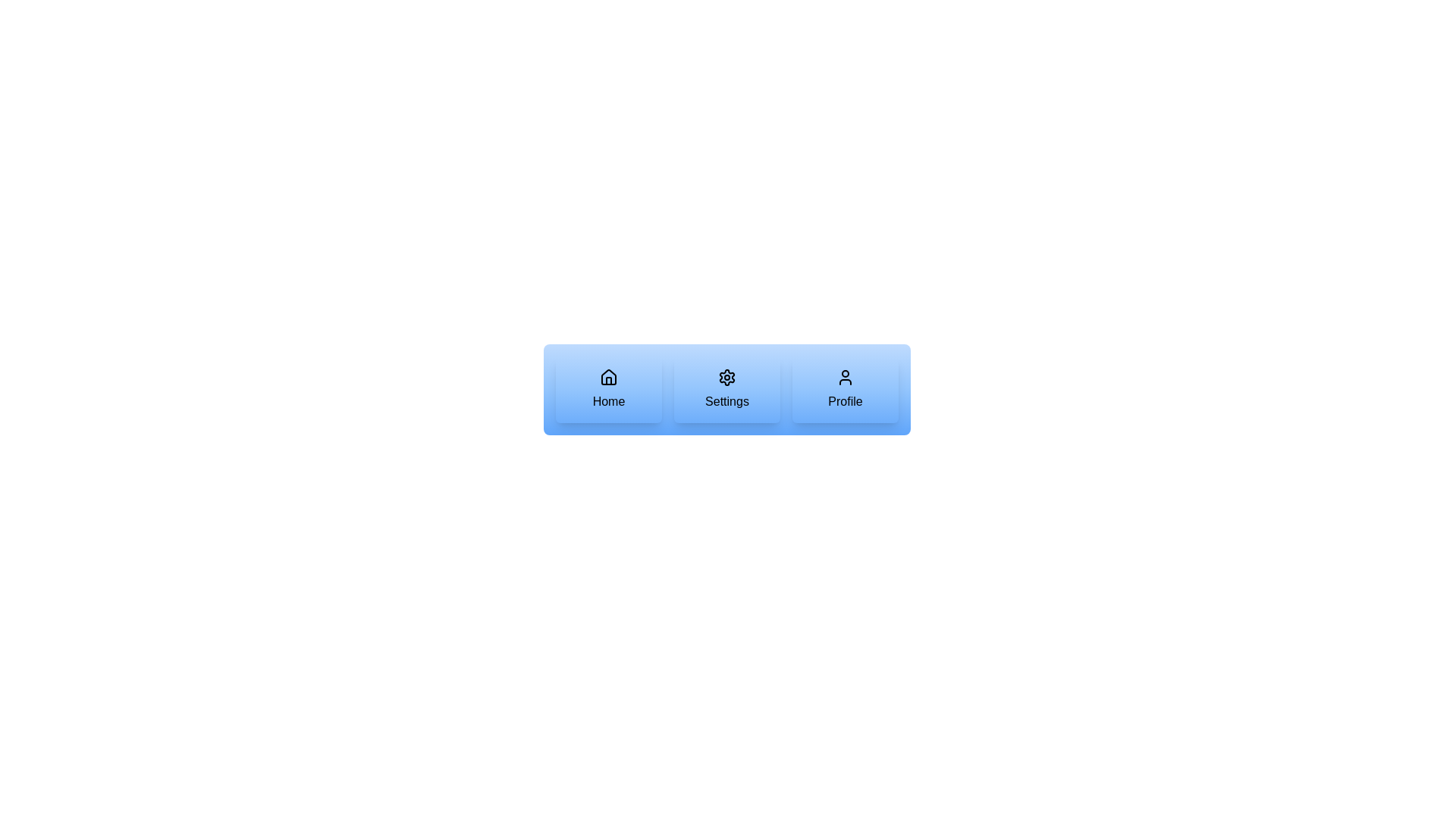 This screenshot has height=819, width=1456. Describe the element at coordinates (844, 388) in the screenshot. I see `the button labeled Profile and observe the visual feedback` at that location.